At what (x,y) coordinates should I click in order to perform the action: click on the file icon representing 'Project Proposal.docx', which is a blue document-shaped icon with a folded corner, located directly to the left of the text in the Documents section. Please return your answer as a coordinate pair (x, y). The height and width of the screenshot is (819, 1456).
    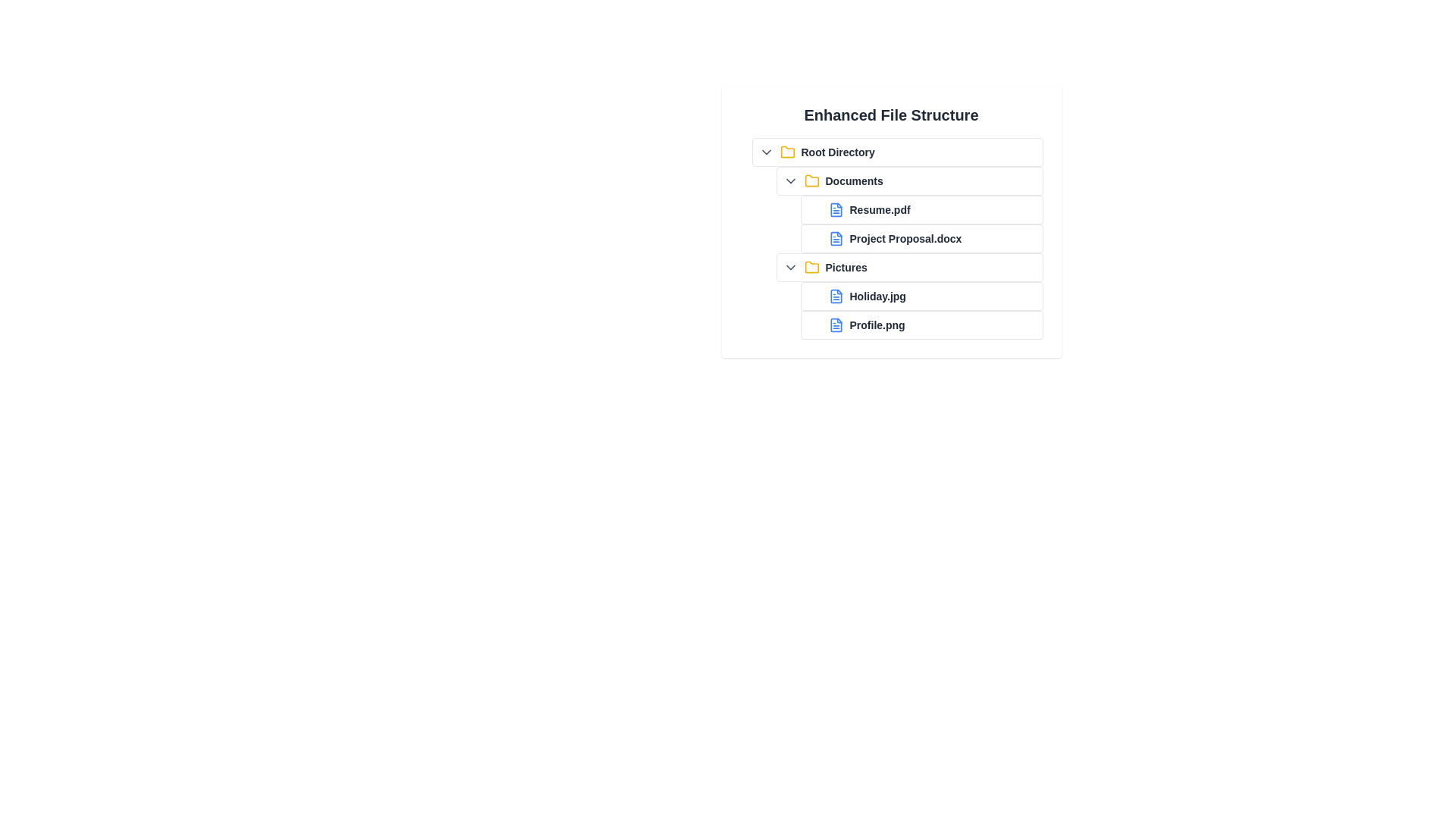
    Looking at the image, I should click on (835, 239).